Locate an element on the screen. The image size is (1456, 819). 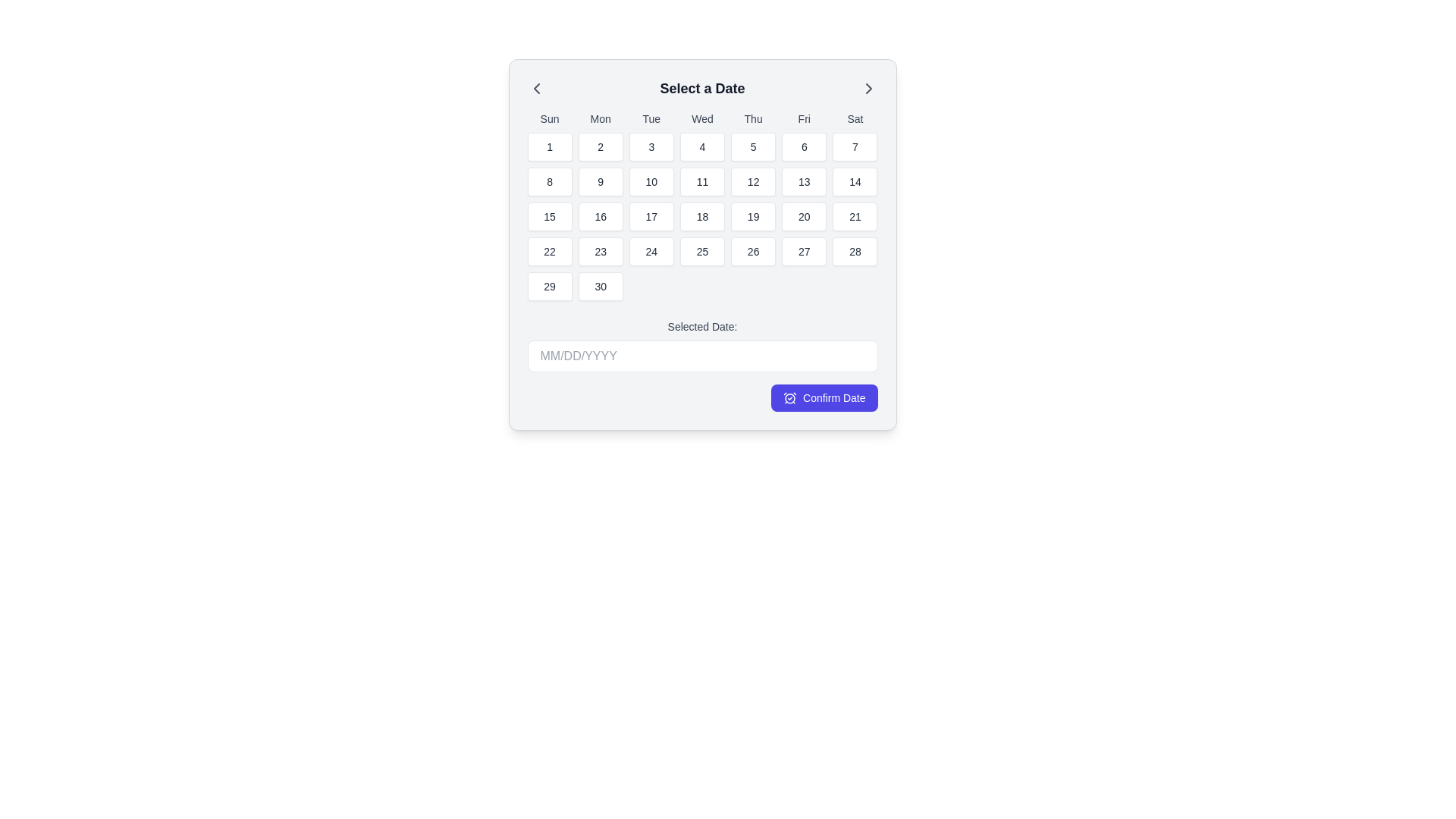
over the square button labeled '14' in the calendar interface, which is located in the fourth row and seventh column of the grid, with a white background and rounded corners is located at coordinates (855, 180).